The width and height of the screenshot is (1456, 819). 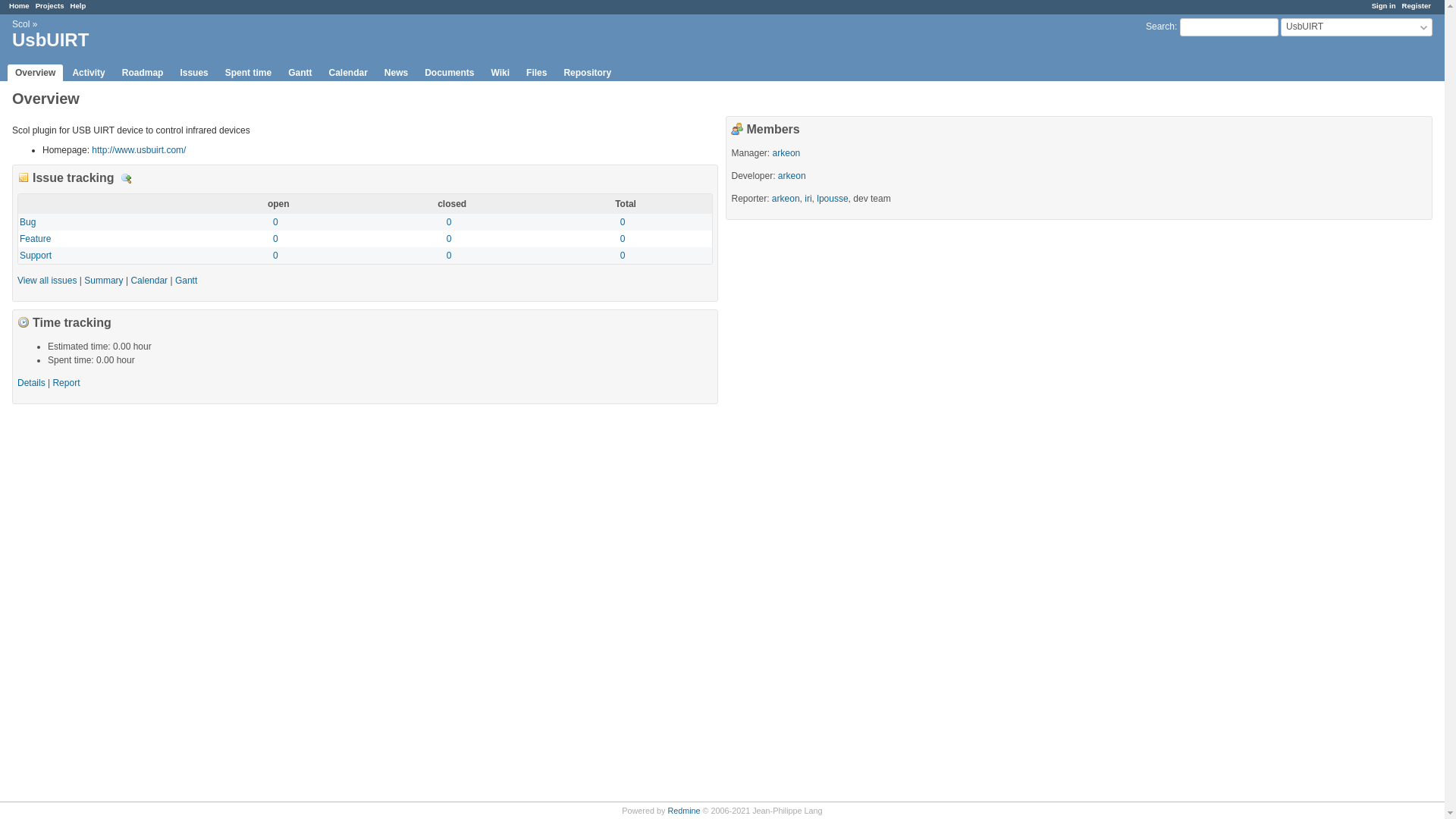 What do you see at coordinates (786, 152) in the screenshot?
I see `'arkeon'` at bounding box center [786, 152].